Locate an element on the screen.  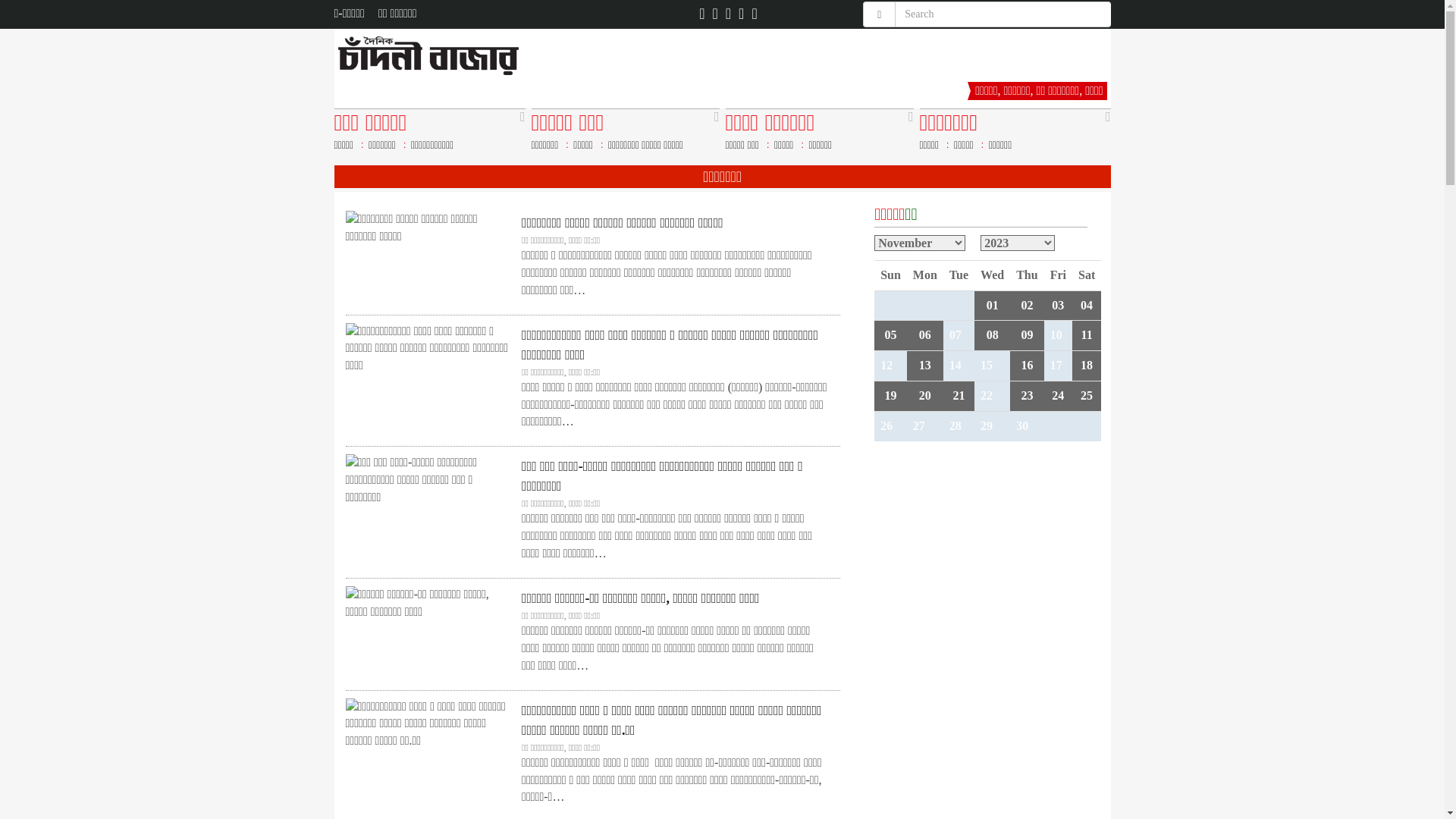
'23' is located at coordinates (1026, 394).